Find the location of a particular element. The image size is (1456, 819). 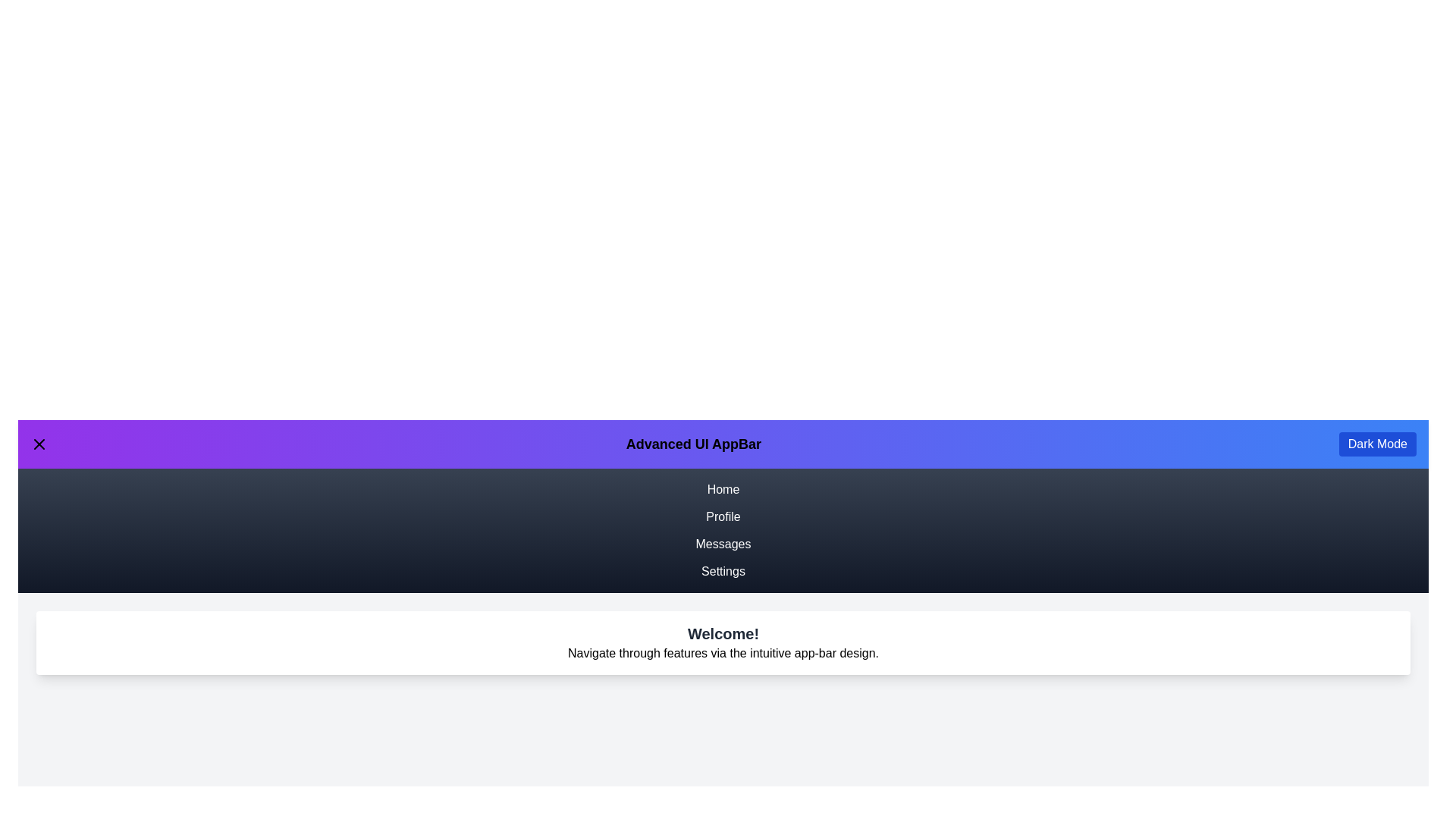

the navigation link Messages is located at coordinates (723, 543).